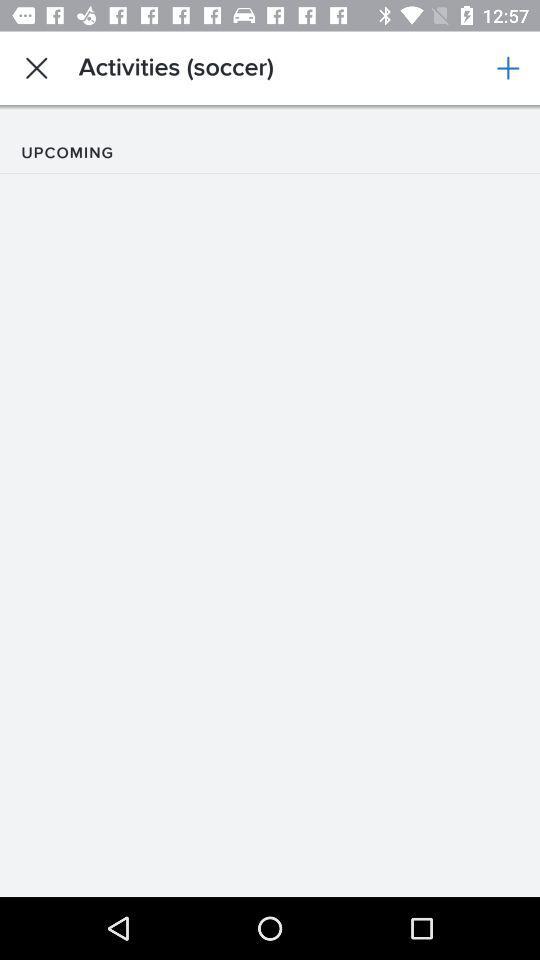 The width and height of the screenshot is (540, 960). What do you see at coordinates (508, 68) in the screenshot?
I see `item to the right of activities (soccer)` at bounding box center [508, 68].